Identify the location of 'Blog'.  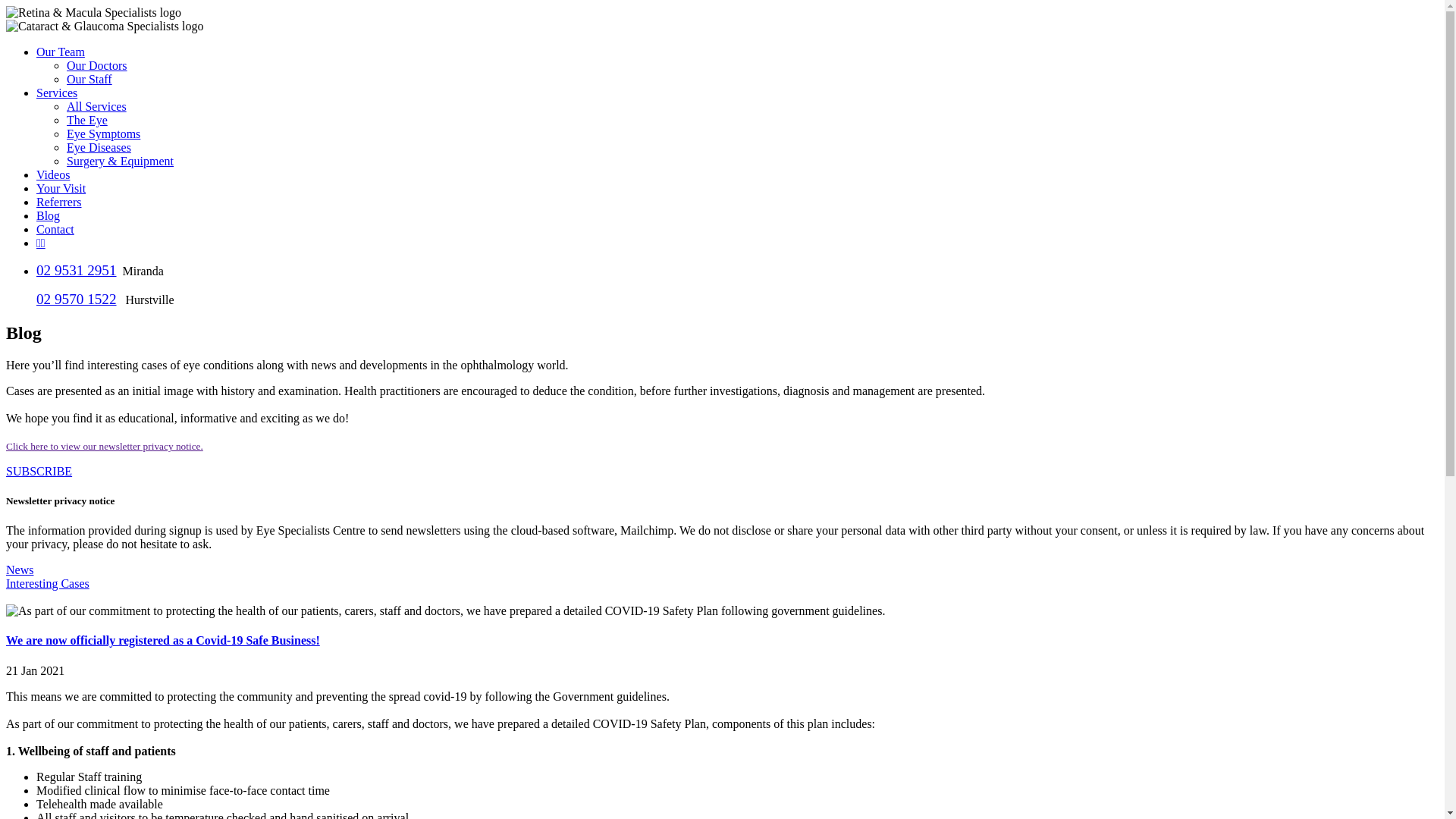
(48, 215).